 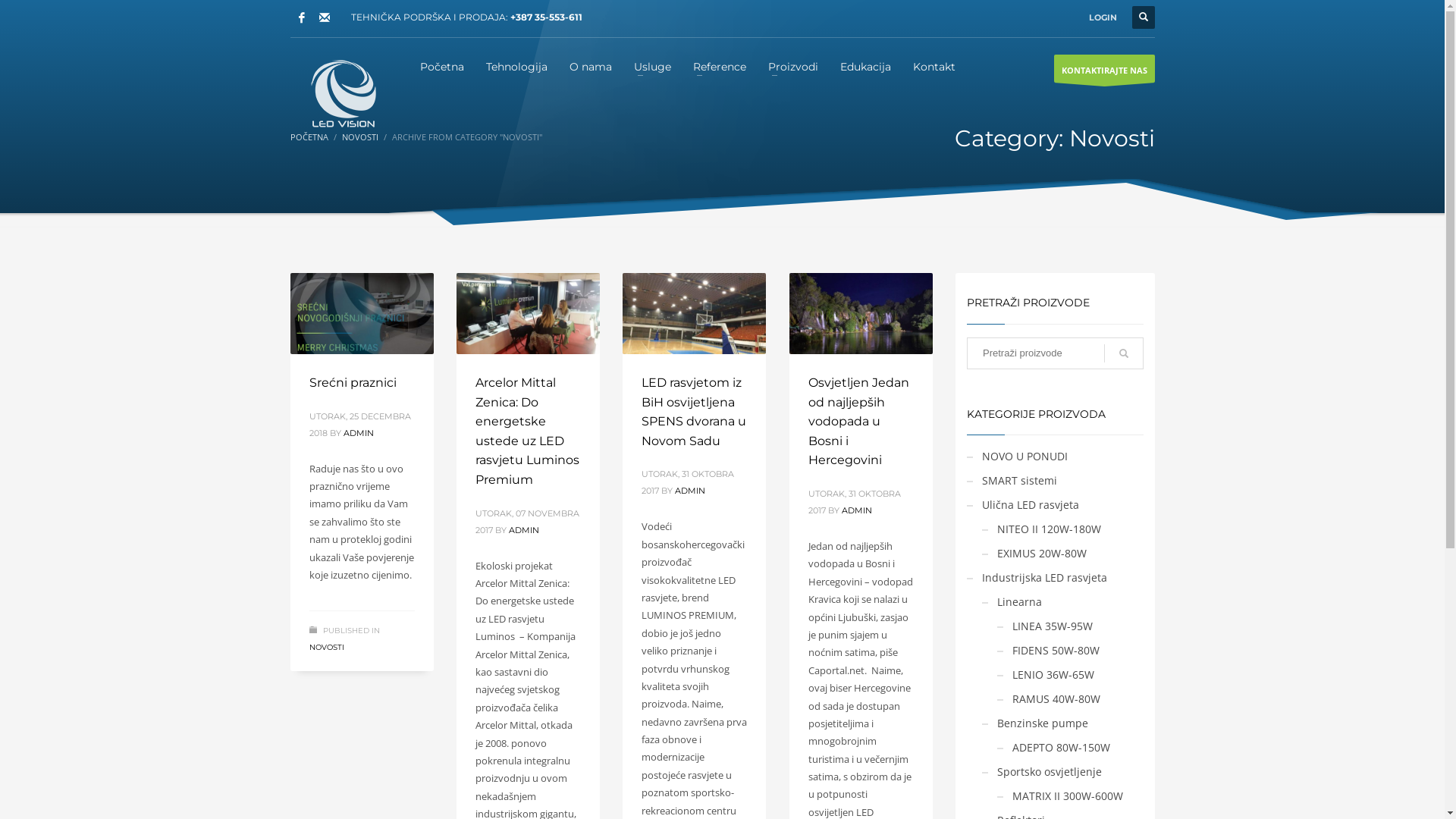 What do you see at coordinates (301, 17) in the screenshot?
I see `'Facebook'` at bounding box center [301, 17].